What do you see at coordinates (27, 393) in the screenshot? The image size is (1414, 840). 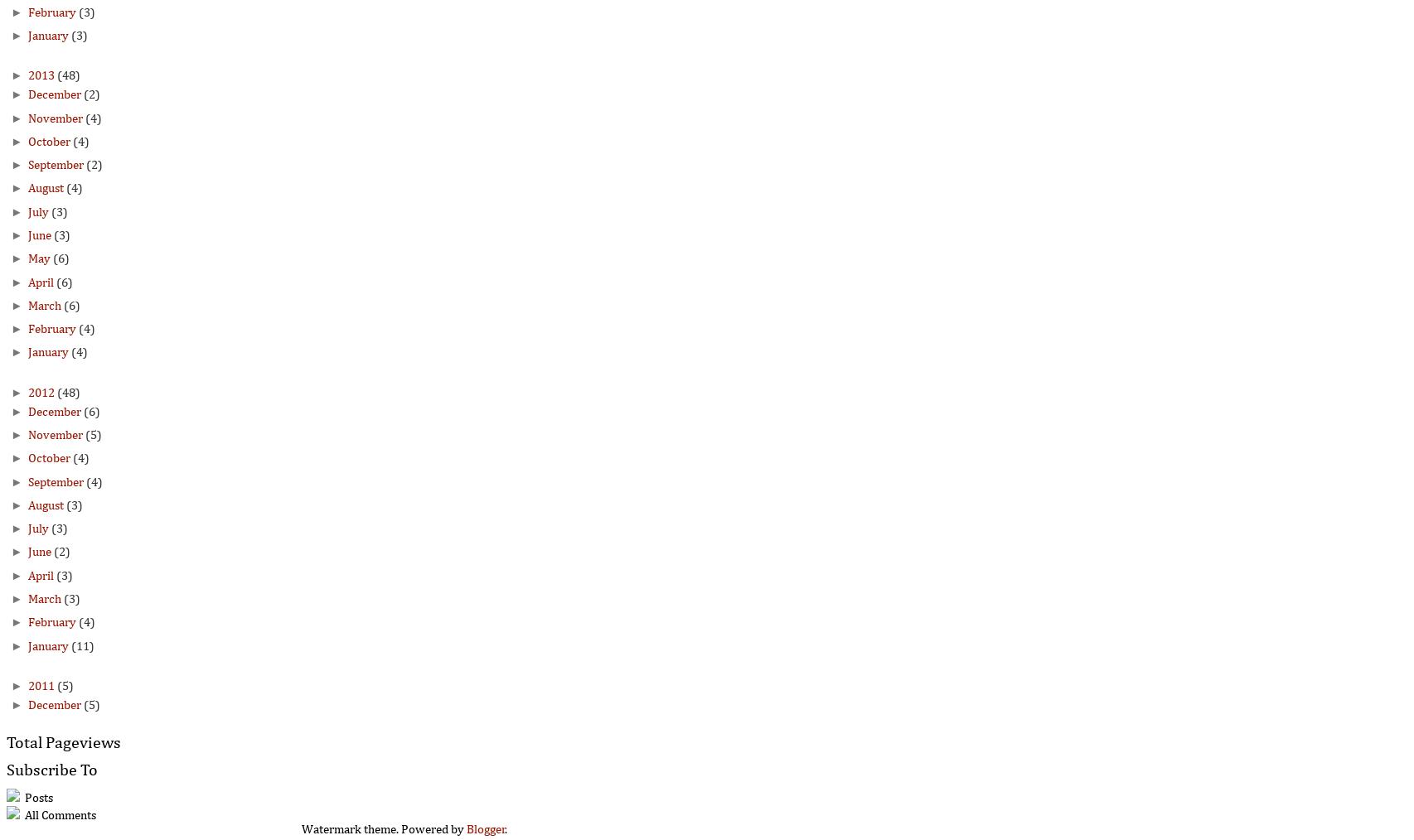 I see `'2012'` at bounding box center [27, 393].